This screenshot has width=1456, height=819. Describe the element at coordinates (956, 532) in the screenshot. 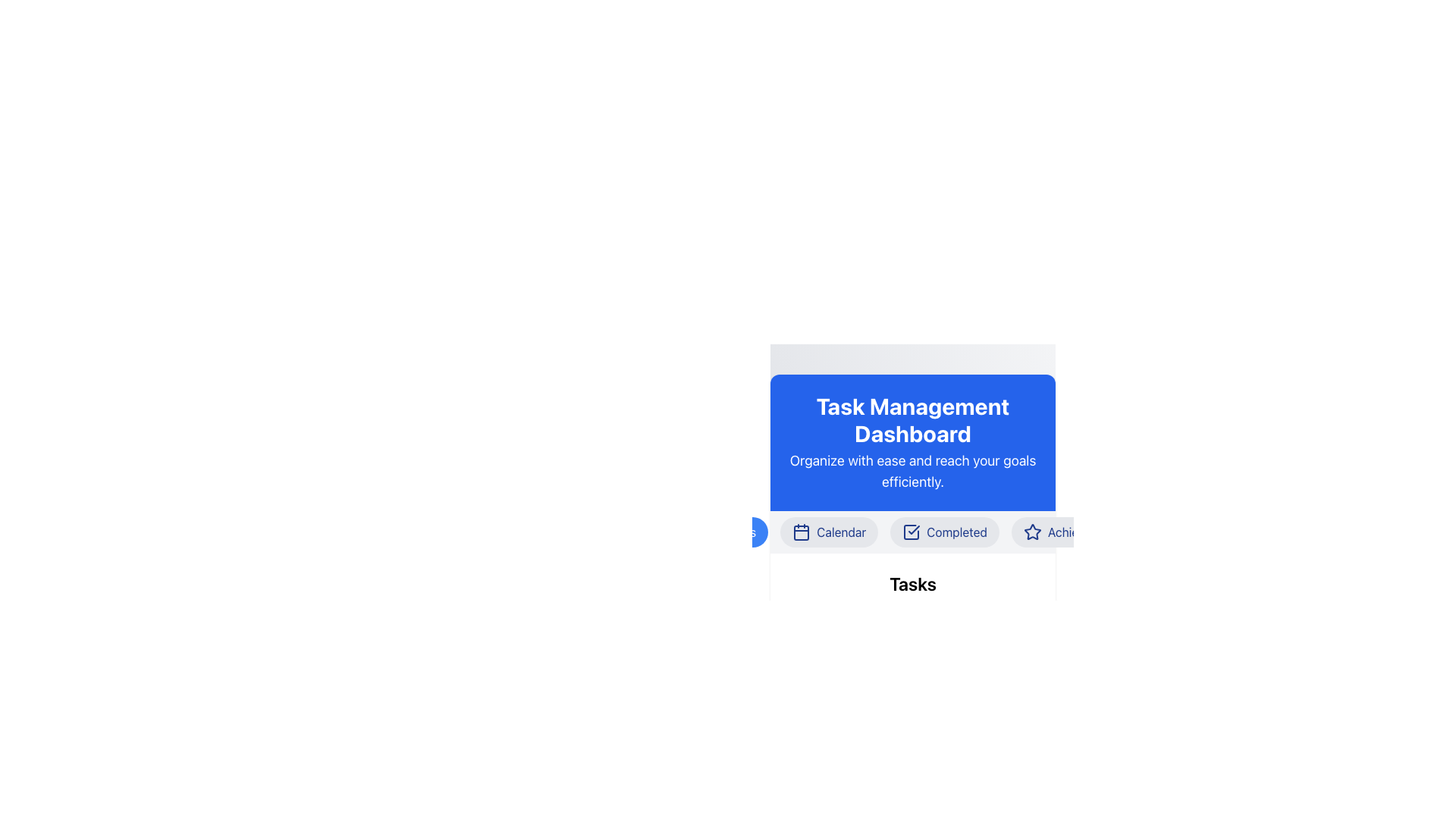

I see `the 'Completed' text label, which is part of a button-like component with a light gray rounded rectangle background and a checkbox icon on the left` at that location.